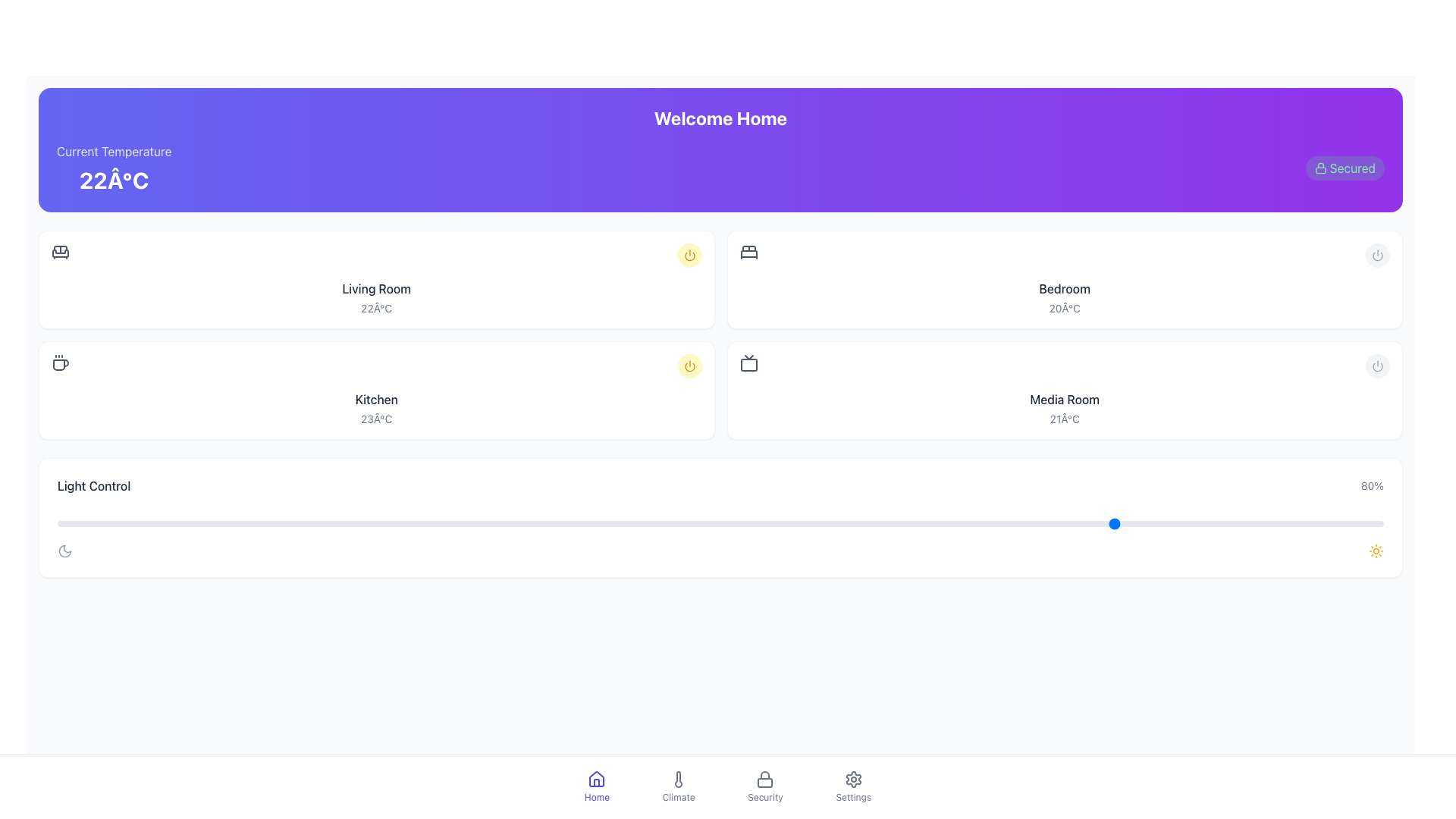 This screenshot has height=819, width=1456. I want to click on the toggle button located, so click(1378, 254).